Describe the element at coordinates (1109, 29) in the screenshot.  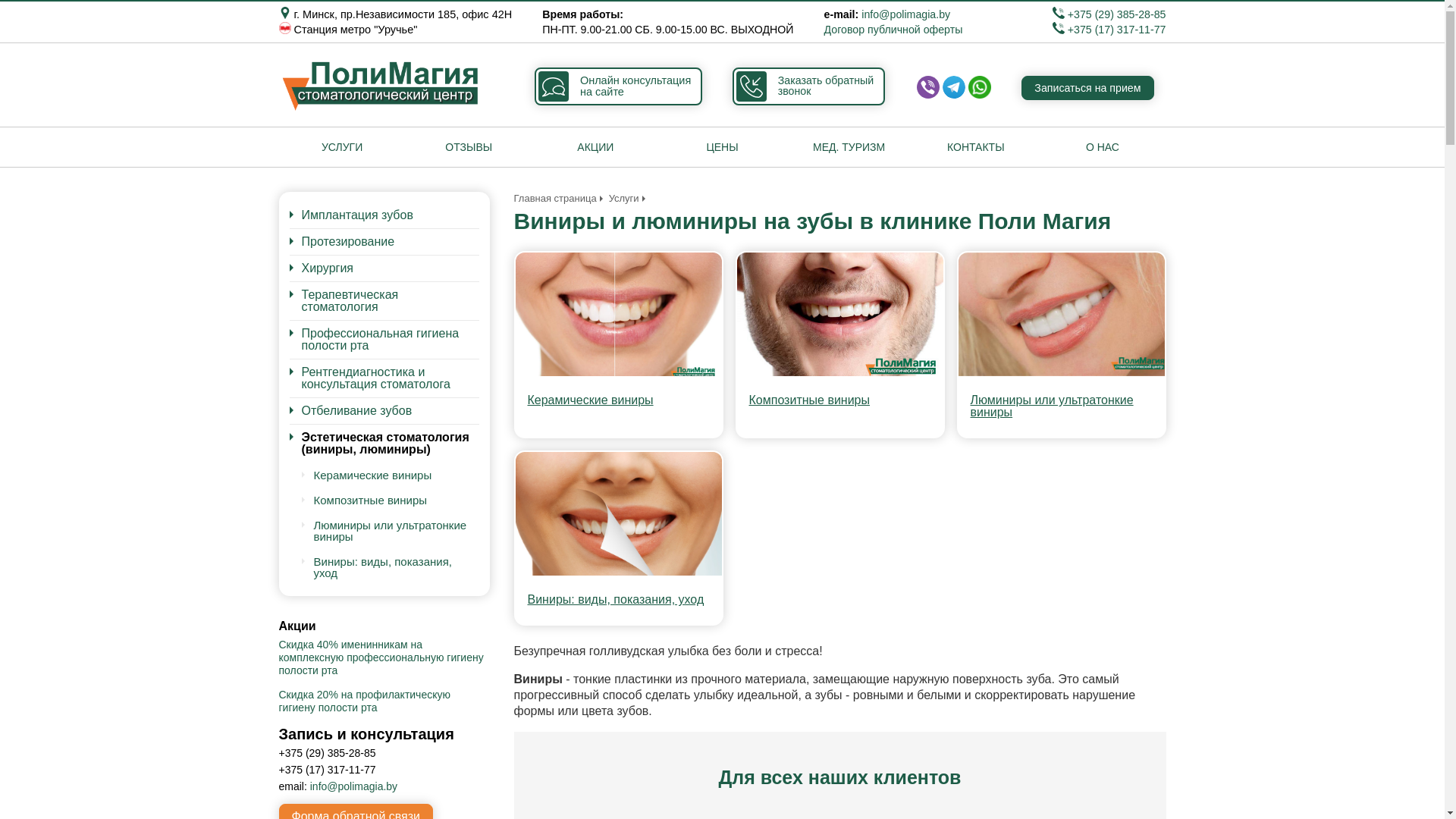
I see `'+375 (17) 317-11-77'` at that location.